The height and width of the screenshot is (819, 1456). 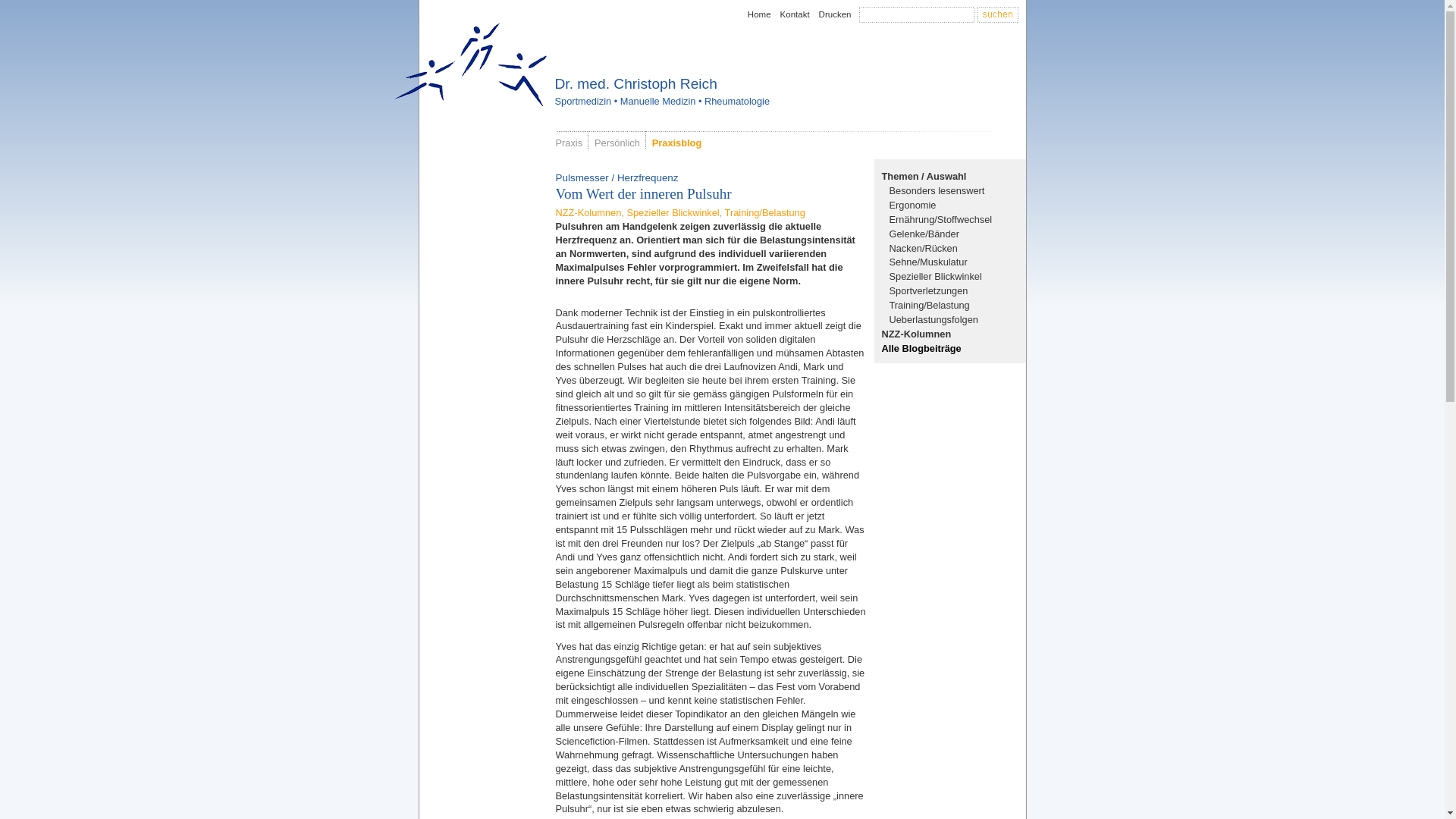 What do you see at coordinates (672, 212) in the screenshot?
I see `'Spezieller Blickwinkel'` at bounding box center [672, 212].